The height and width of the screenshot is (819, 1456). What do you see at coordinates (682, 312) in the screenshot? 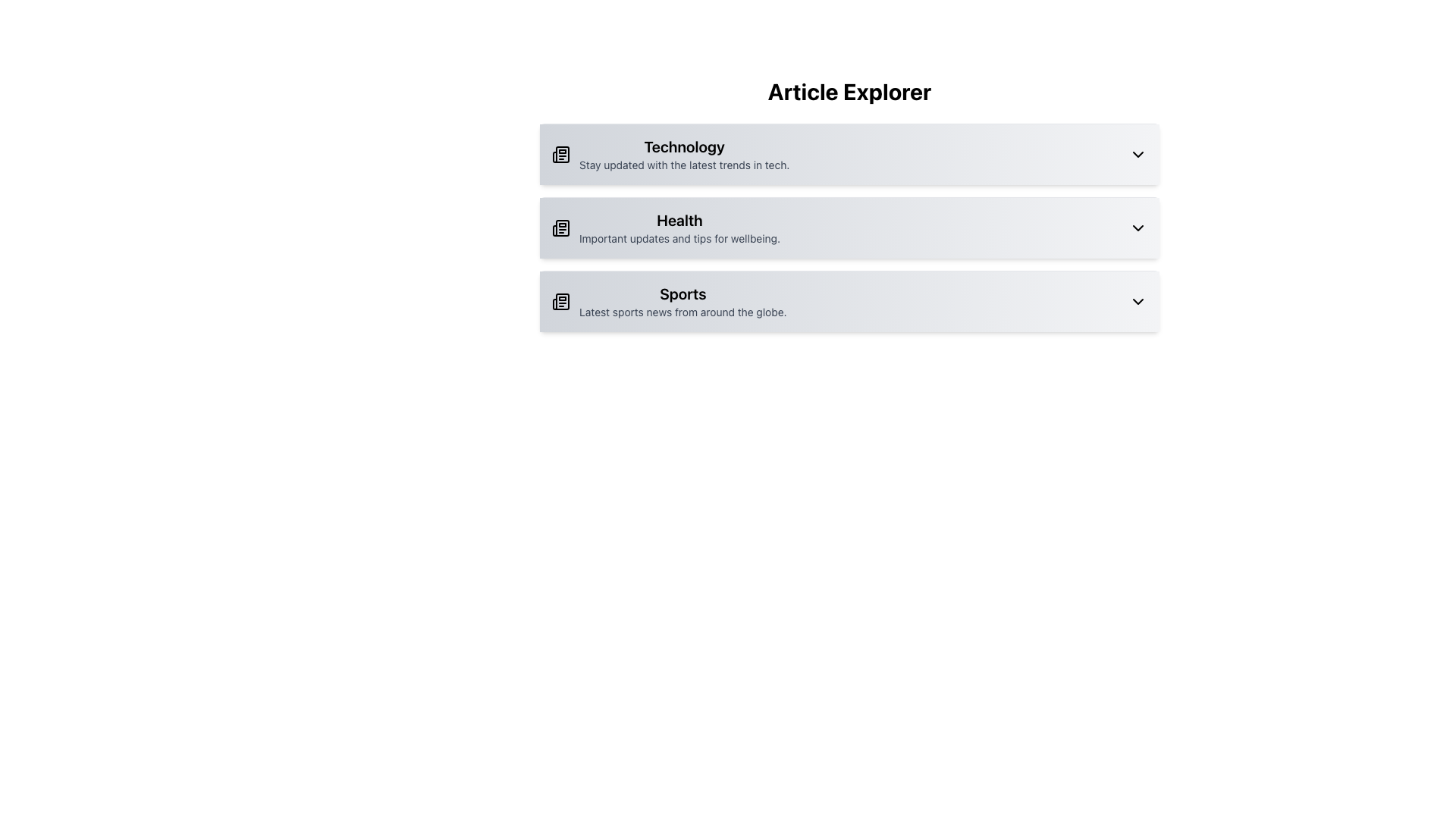
I see `the descriptive text element located under the 'Sports' heading, which provides a summary of the content related to the 'Sports' category` at bounding box center [682, 312].